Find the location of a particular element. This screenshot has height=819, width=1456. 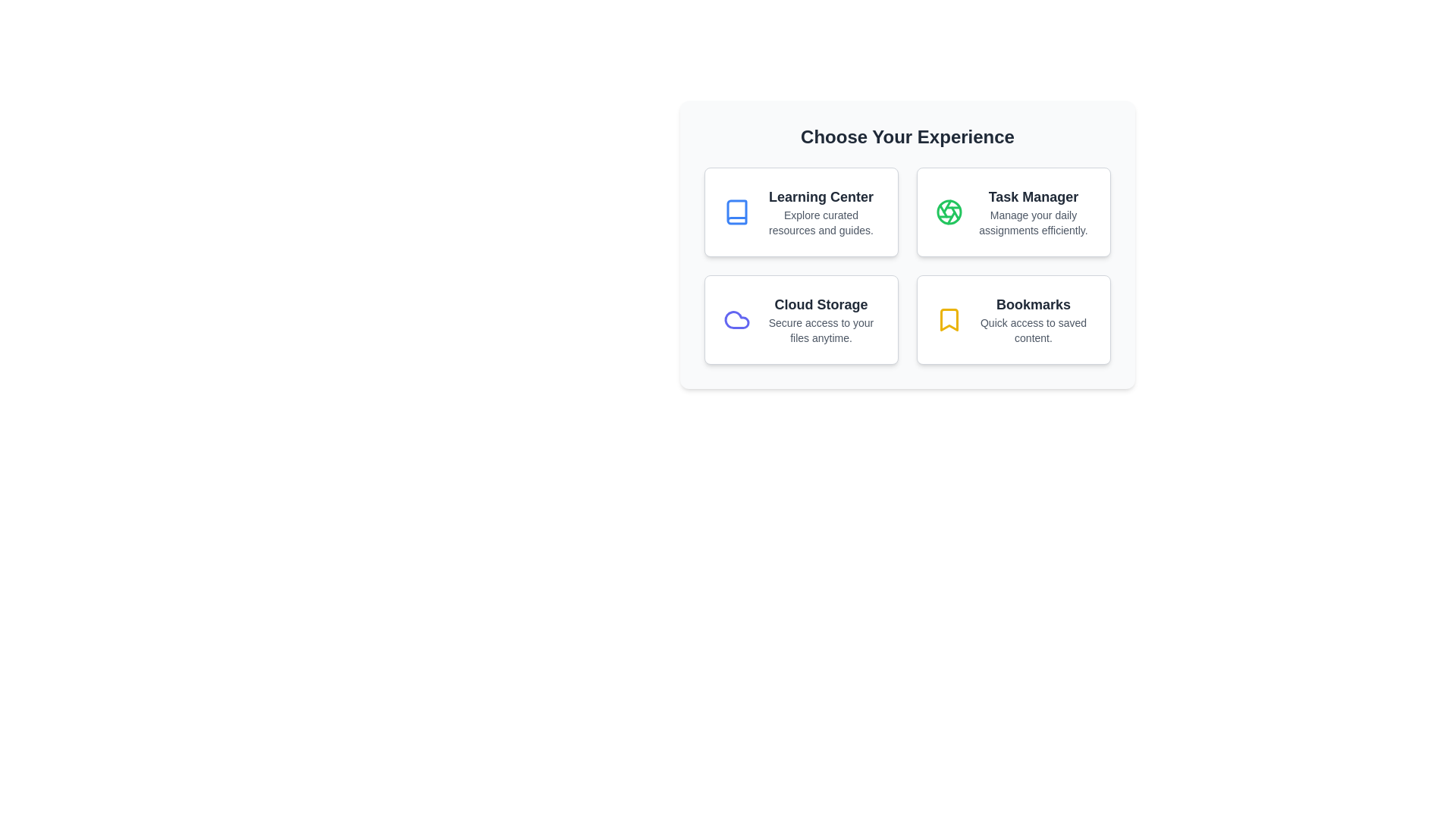

keyboard navigation is located at coordinates (1014, 318).